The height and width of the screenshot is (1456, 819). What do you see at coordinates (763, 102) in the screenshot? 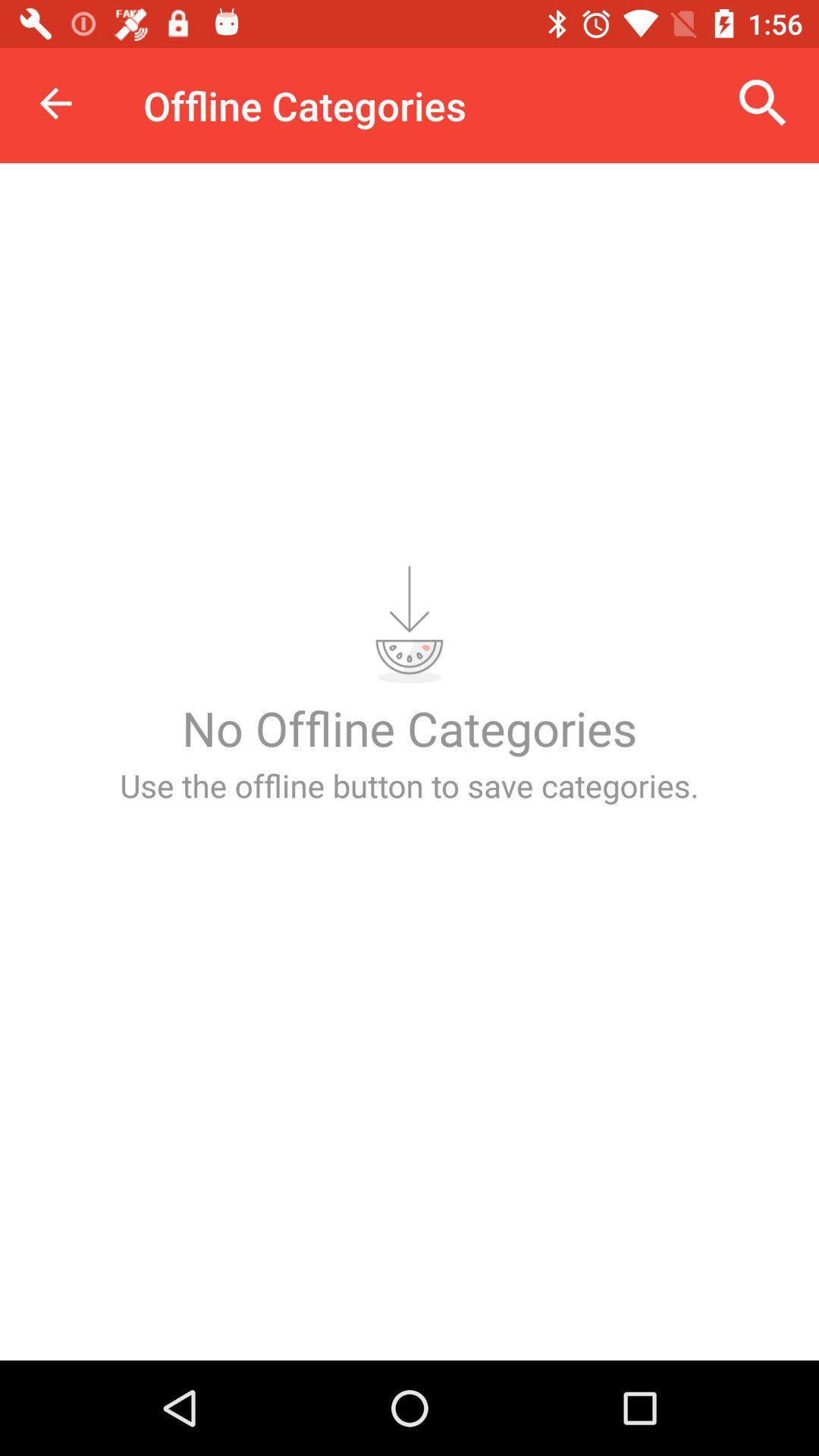
I see `the icon at the top right corner` at bounding box center [763, 102].